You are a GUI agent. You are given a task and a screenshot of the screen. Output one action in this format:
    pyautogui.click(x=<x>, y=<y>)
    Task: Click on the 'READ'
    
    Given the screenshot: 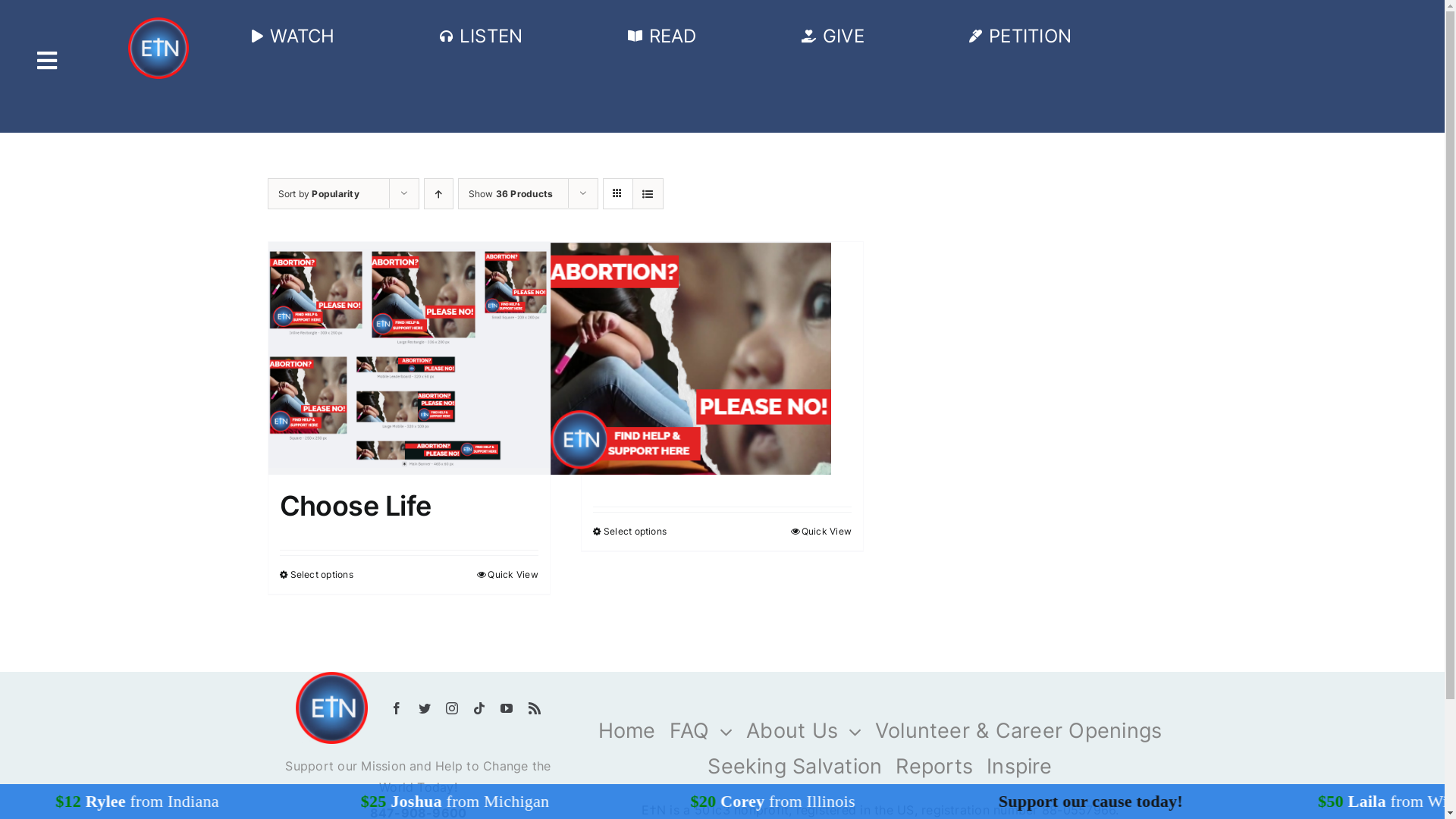 What is the action you would take?
    pyautogui.click(x=658, y=35)
    